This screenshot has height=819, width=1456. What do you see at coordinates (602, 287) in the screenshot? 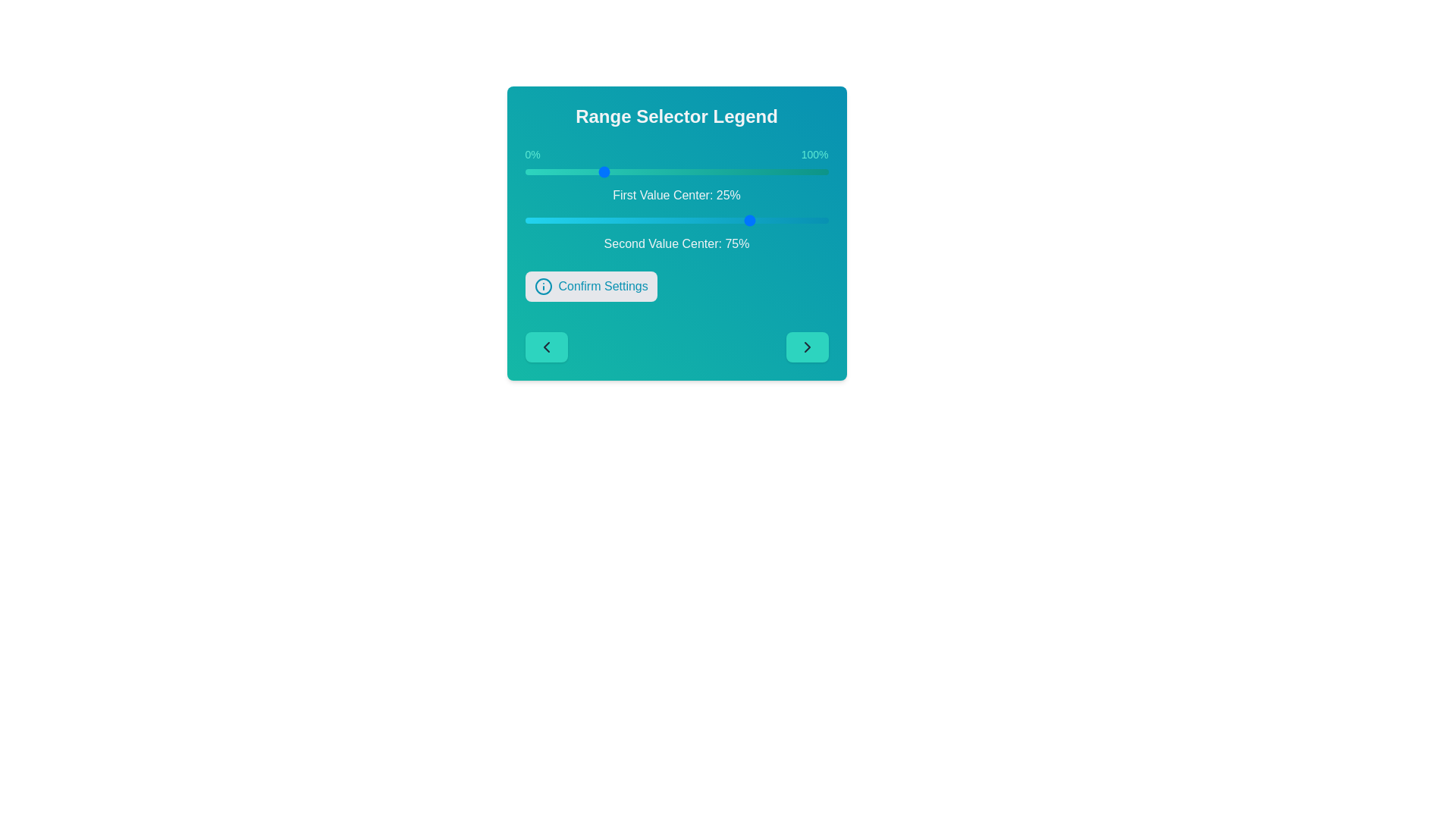
I see `the text label inside the button that indicates its functionality to confirm certain settings, located in the lower section of a card-like panel, centered horizontally below two sliders` at bounding box center [602, 287].